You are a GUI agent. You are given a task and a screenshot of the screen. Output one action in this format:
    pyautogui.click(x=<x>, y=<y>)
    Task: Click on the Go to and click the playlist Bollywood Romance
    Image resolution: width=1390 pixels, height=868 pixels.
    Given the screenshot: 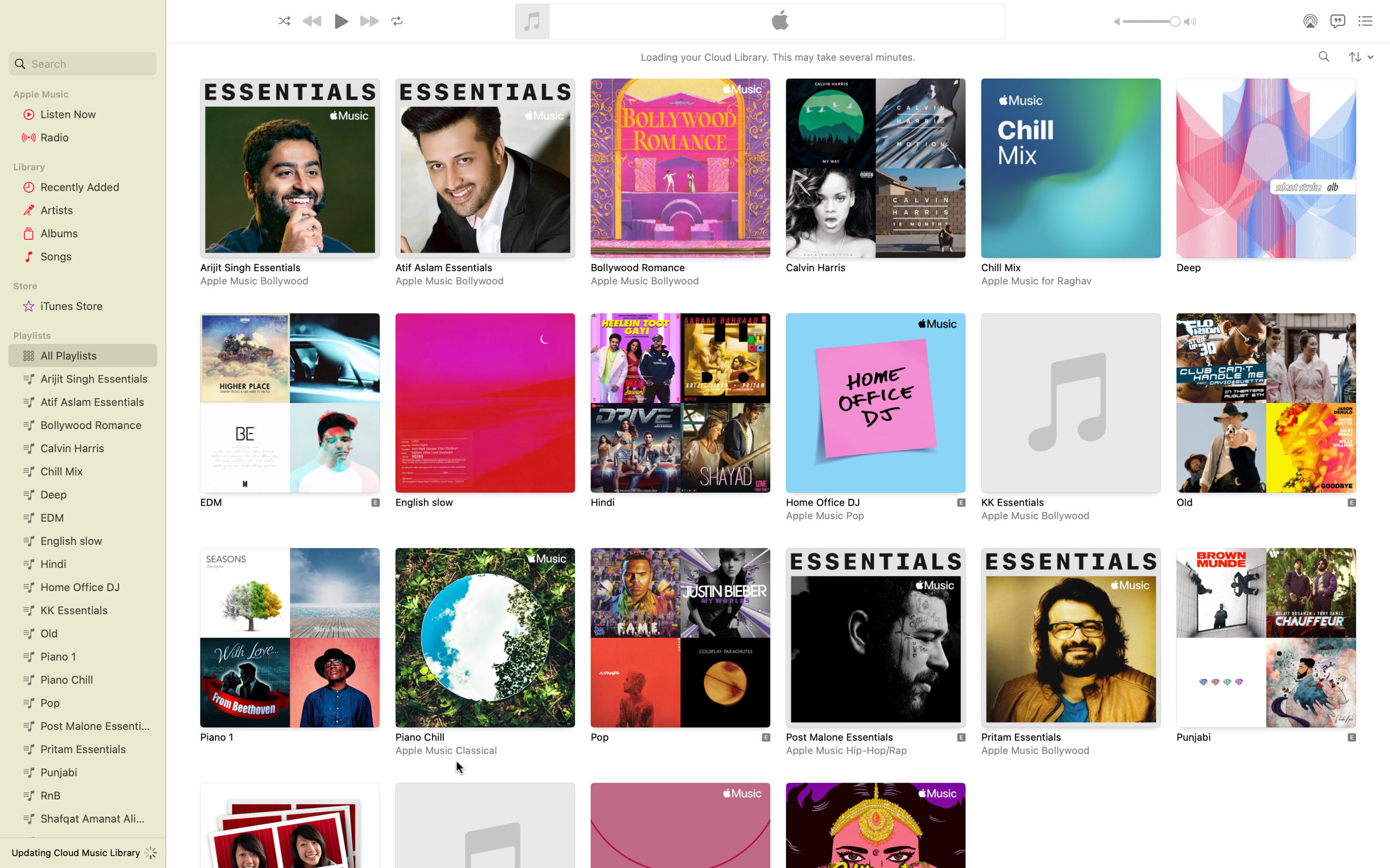 What is the action you would take?
    pyautogui.click(x=678, y=183)
    